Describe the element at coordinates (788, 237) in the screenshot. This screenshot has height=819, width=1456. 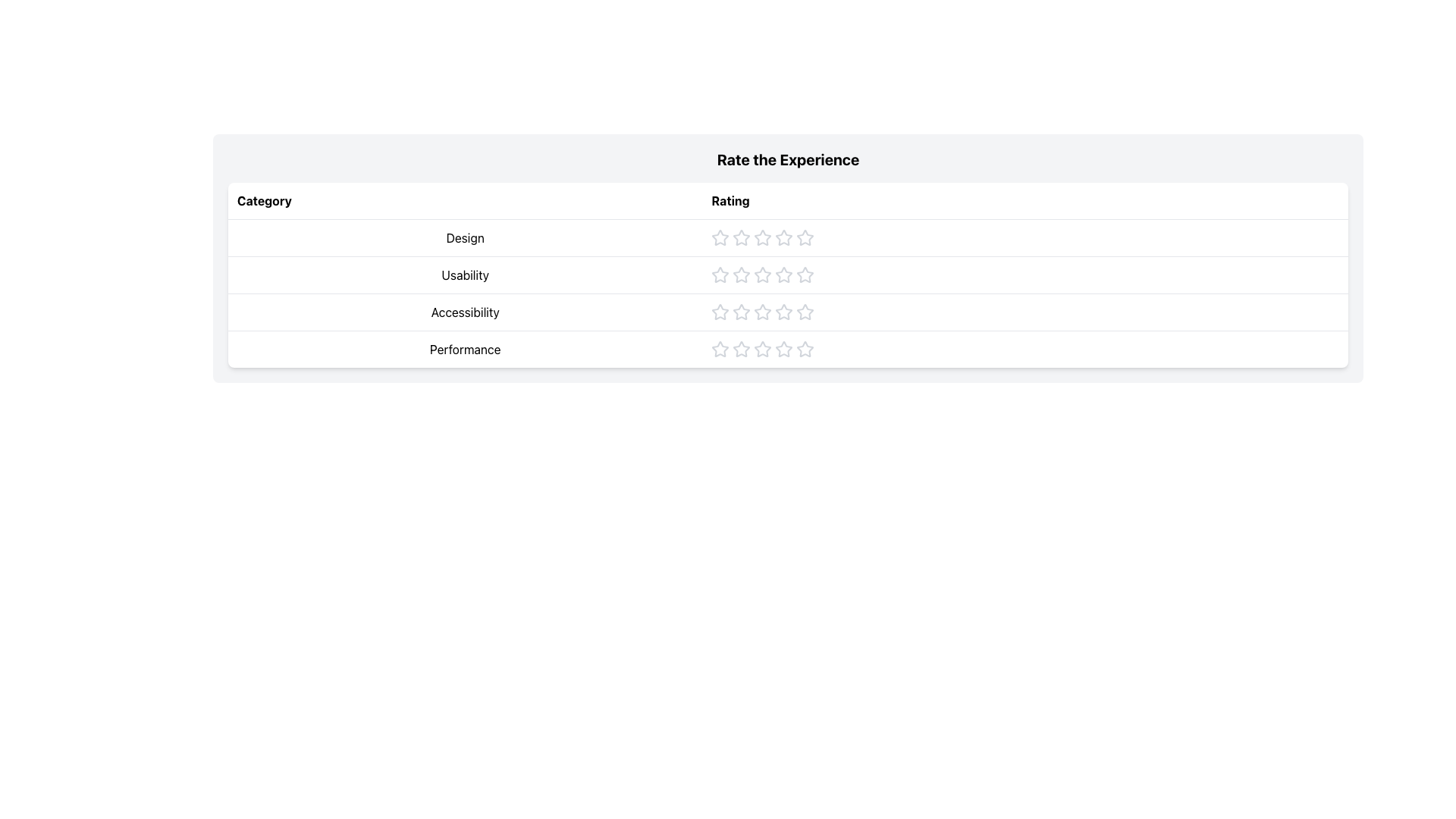
I see `the first star in the Rating row for the 'Design' category to assign a rating` at that location.